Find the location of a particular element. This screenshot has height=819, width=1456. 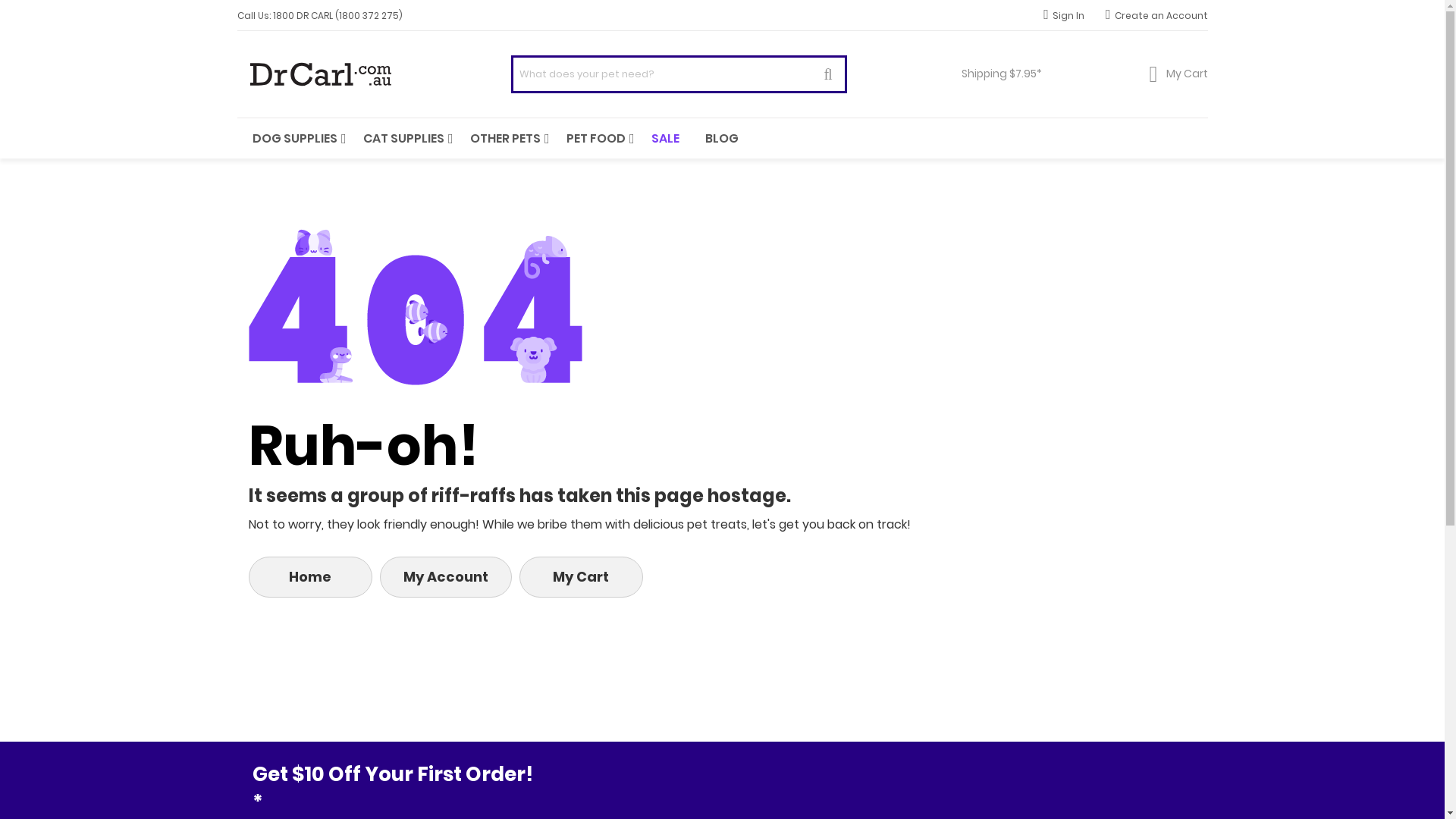

'My Account' is located at coordinates (444, 576).